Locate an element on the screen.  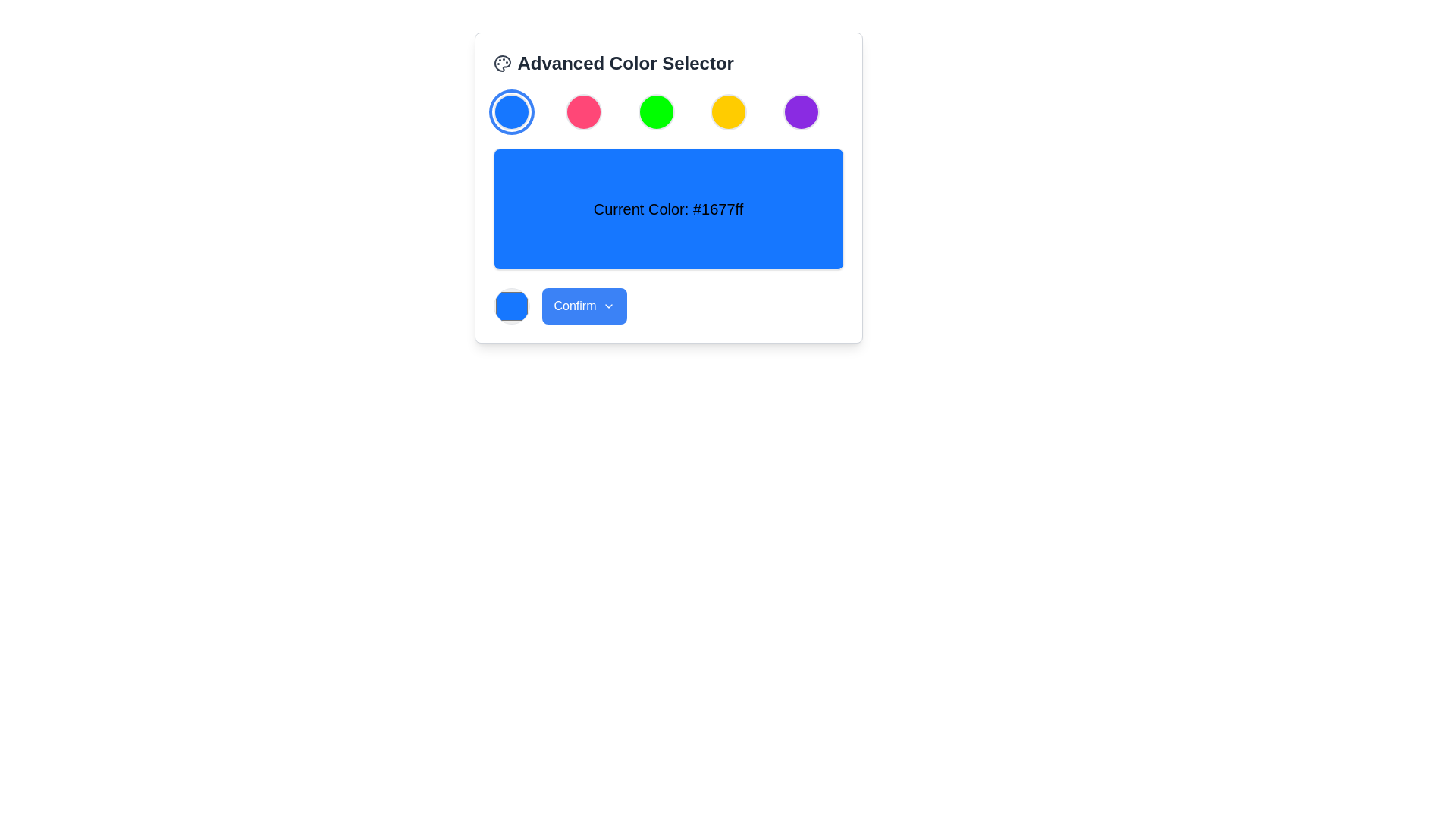
the second circular button in the Color Selector section is located at coordinates (583, 111).